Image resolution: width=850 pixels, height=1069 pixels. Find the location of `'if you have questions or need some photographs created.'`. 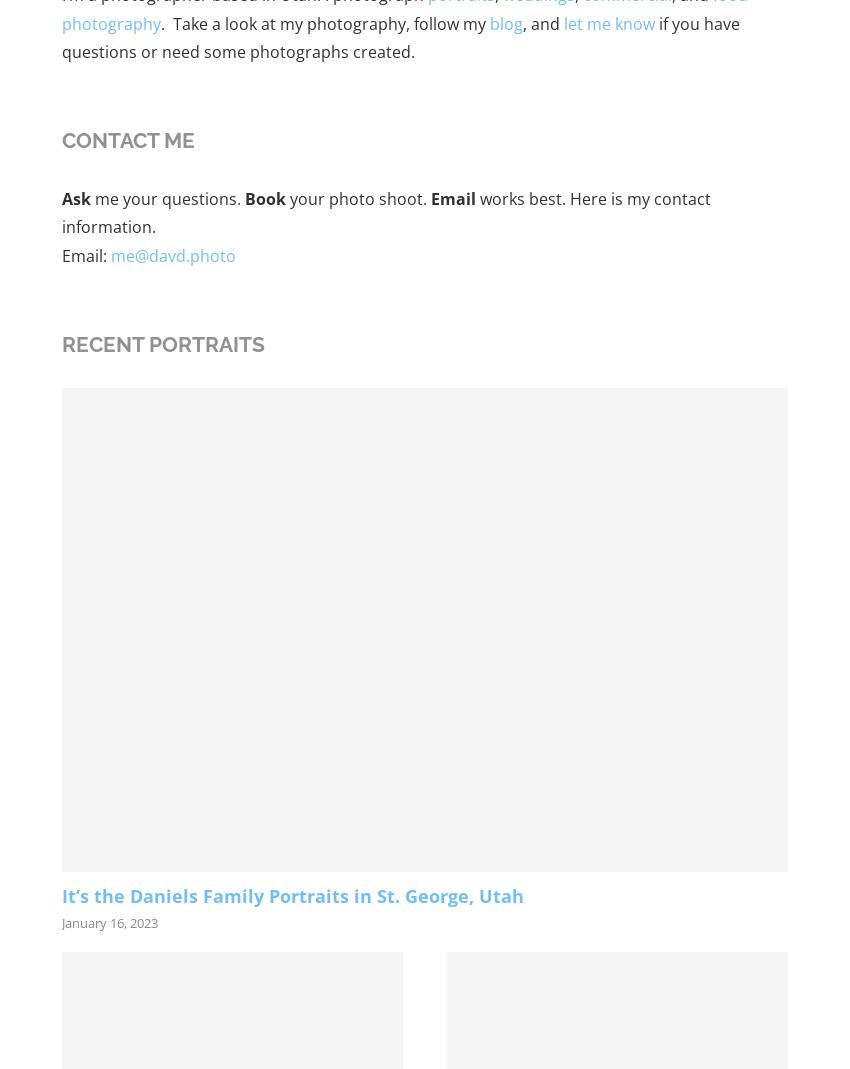

'if you have questions or need some photographs created.' is located at coordinates (401, 36).